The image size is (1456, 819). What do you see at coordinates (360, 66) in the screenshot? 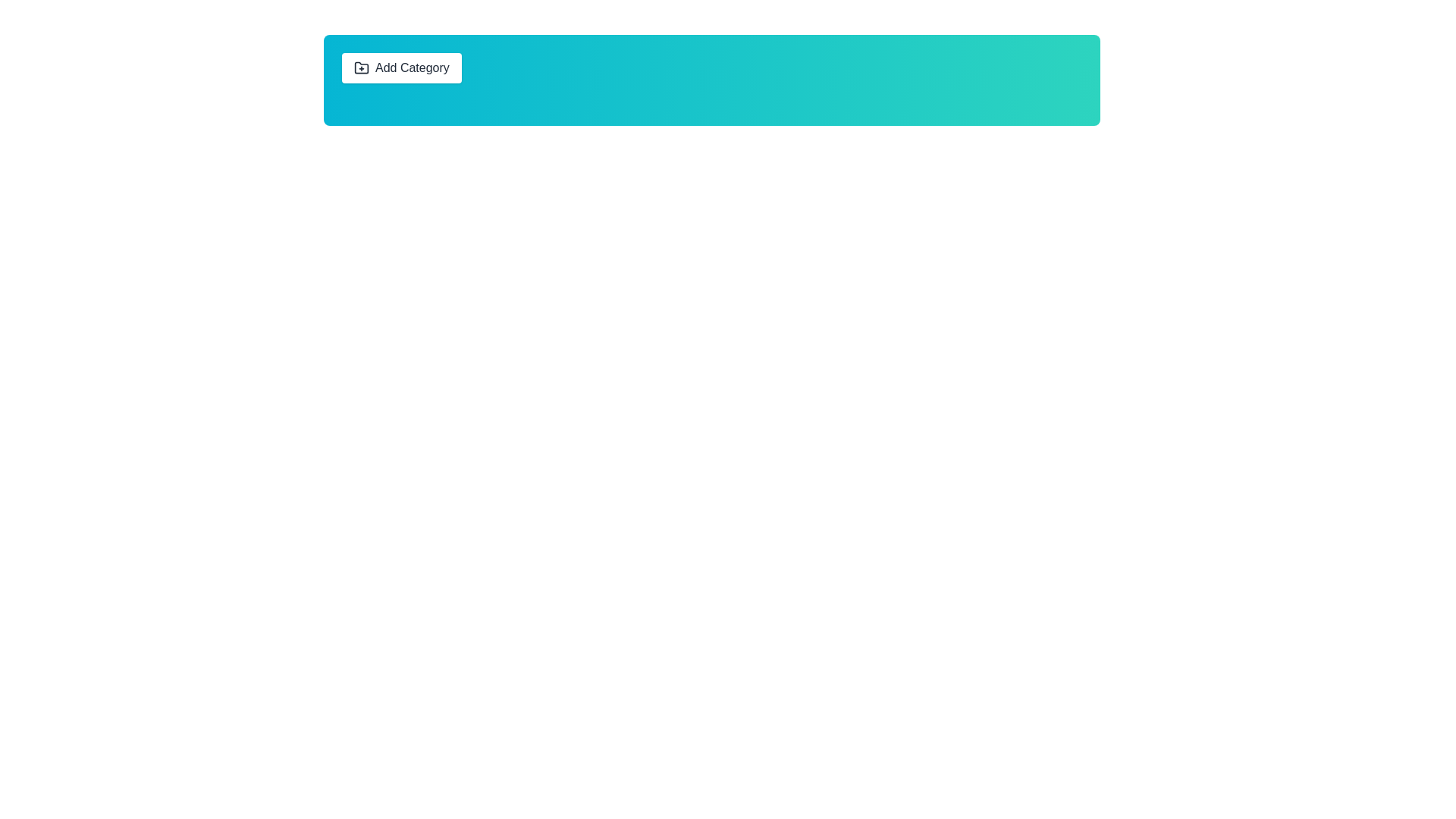
I see `the Icon (SVG graphic) located to the left of the 'Add Category' text within a rounded rectangular button in the top center of the interface` at bounding box center [360, 66].